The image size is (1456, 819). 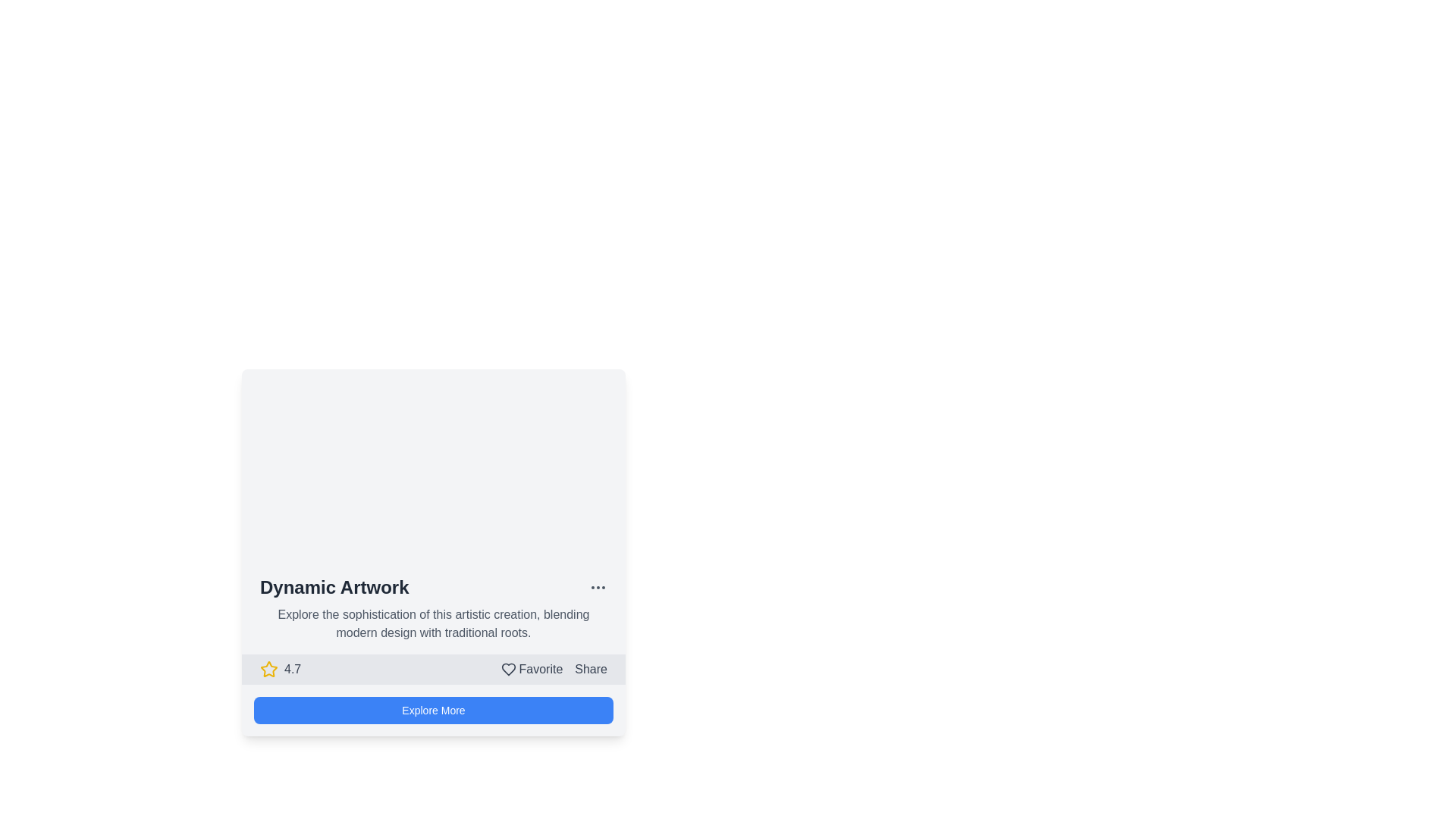 What do you see at coordinates (597, 587) in the screenshot?
I see `the Ellipsis Menu Button, represented by three gray dots, located at the far-right side of the 'Dynamic Artwork' title in the top section of the card UI` at bounding box center [597, 587].